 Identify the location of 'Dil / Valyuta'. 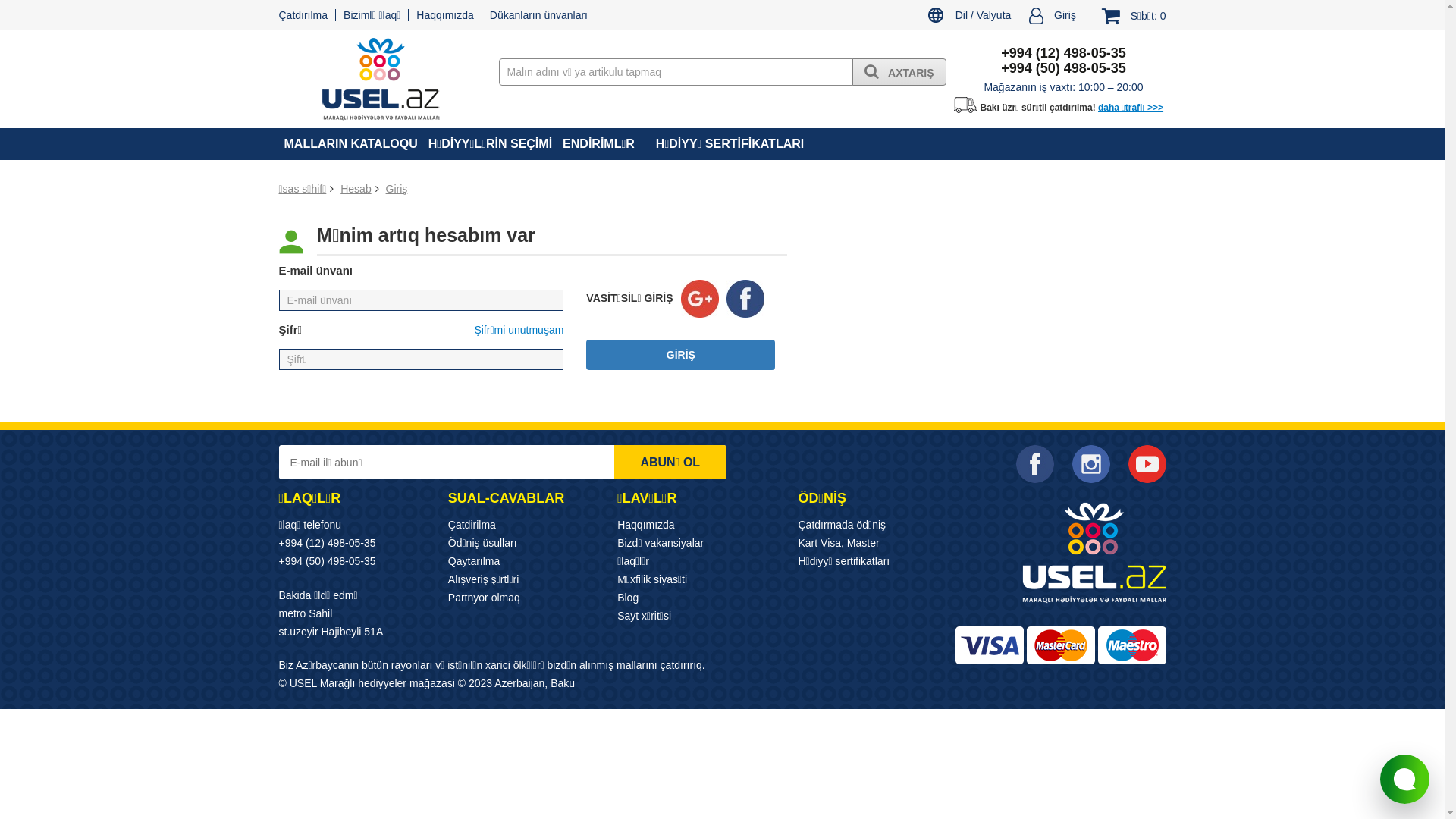
(968, 17).